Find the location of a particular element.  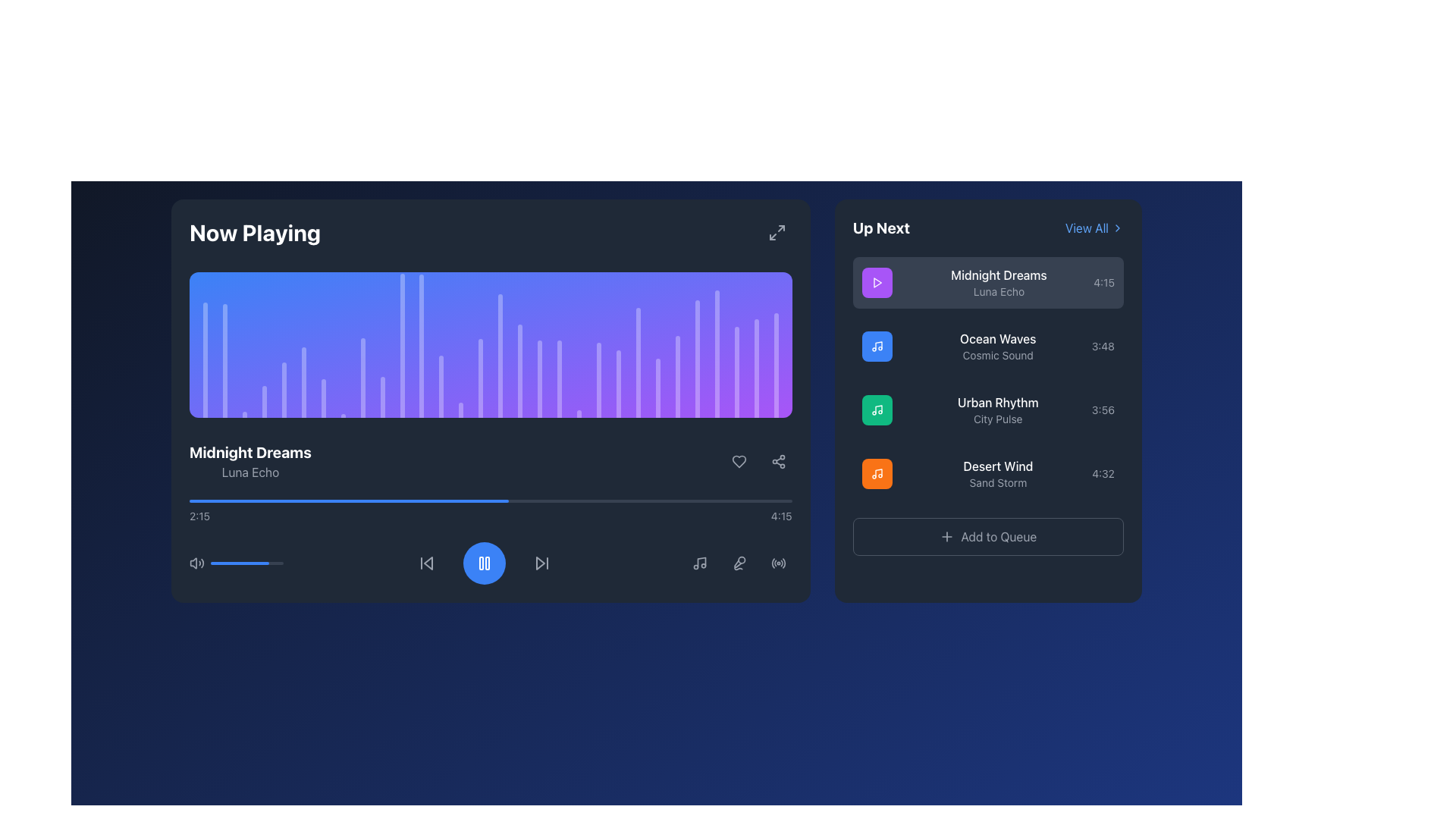

the heart-shaped icon button in the bottom right corner of the 'Now Playing' section to mark the track as liked is located at coordinates (739, 461).